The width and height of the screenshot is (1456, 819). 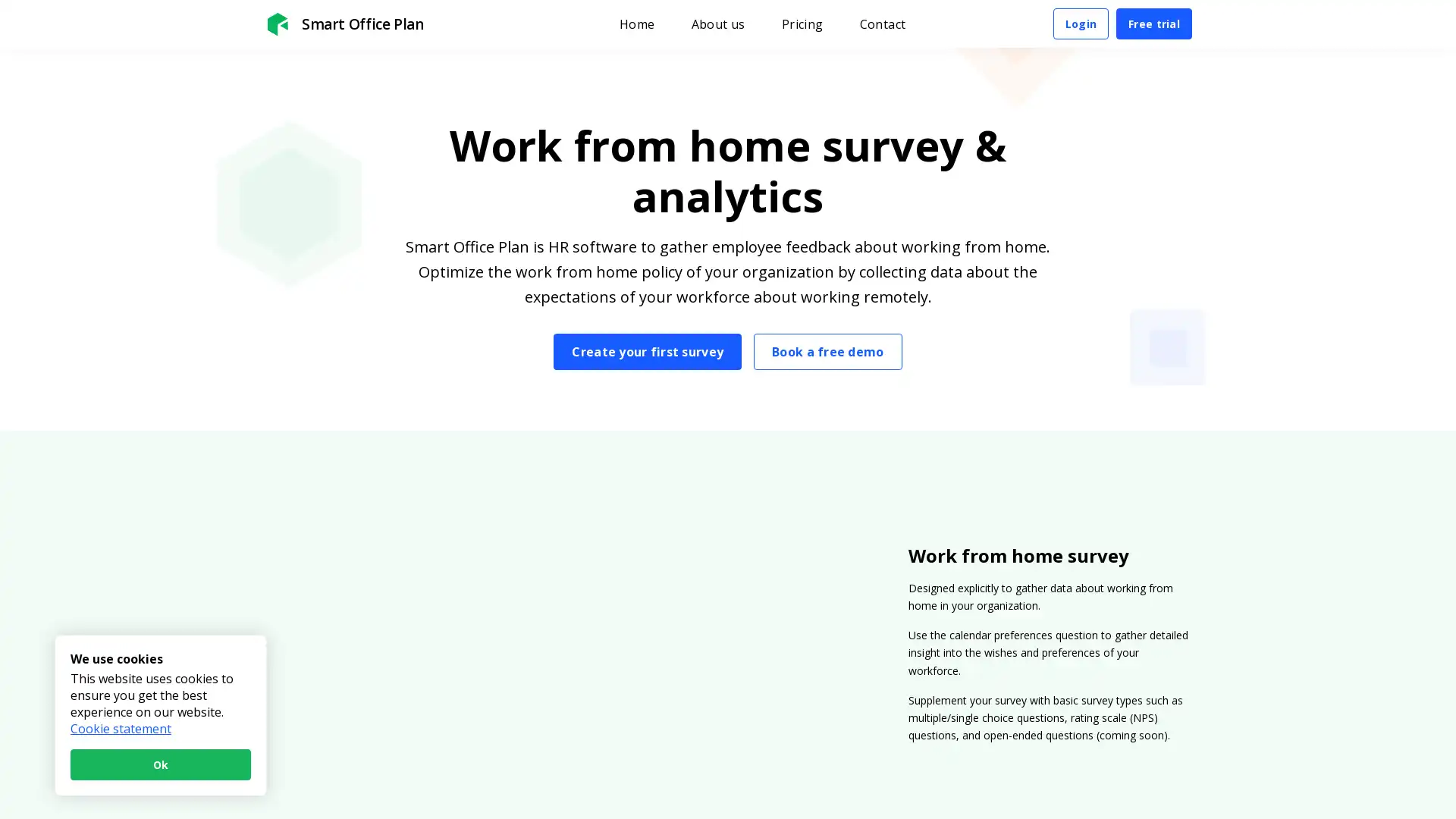 What do you see at coordinates (1153, 24) in the screenshot?
I see `Free trial` at bounding box center [1153, 24].